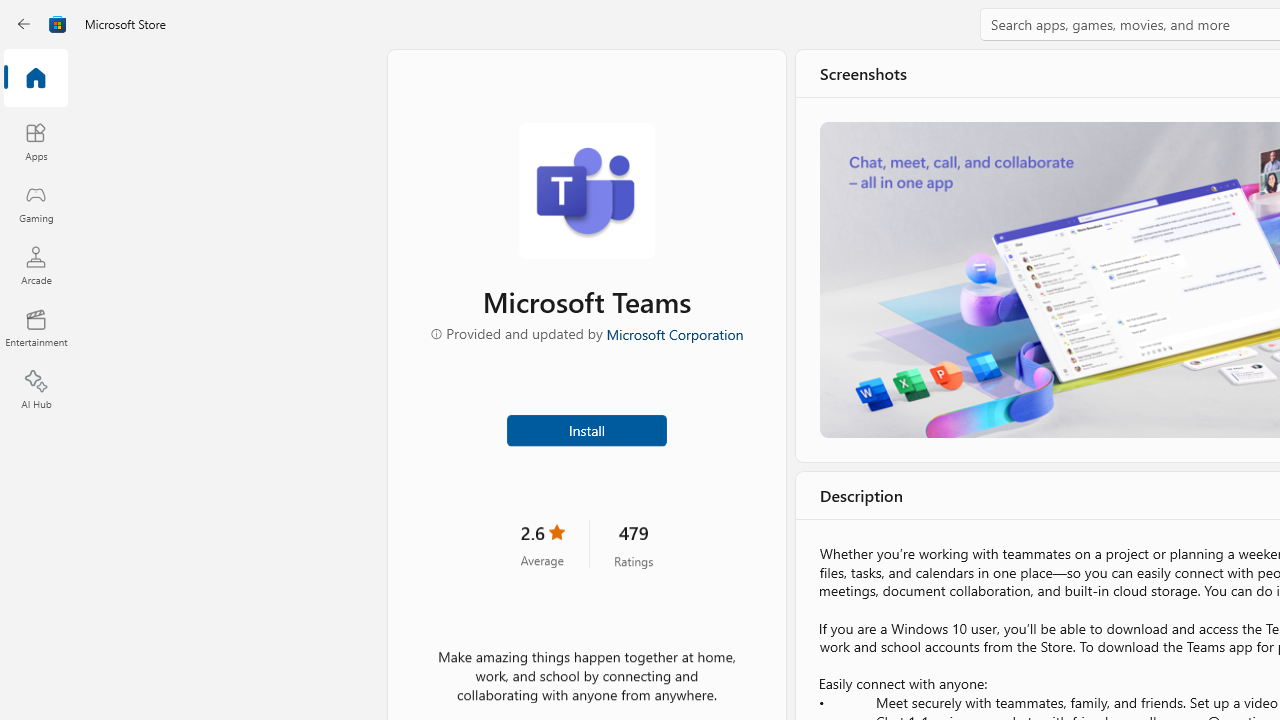  Describe the element at coordinates (542, 543) in the screenshot. I see `'2.6 stars. Click to skip to ratings and reviews'` at that location.